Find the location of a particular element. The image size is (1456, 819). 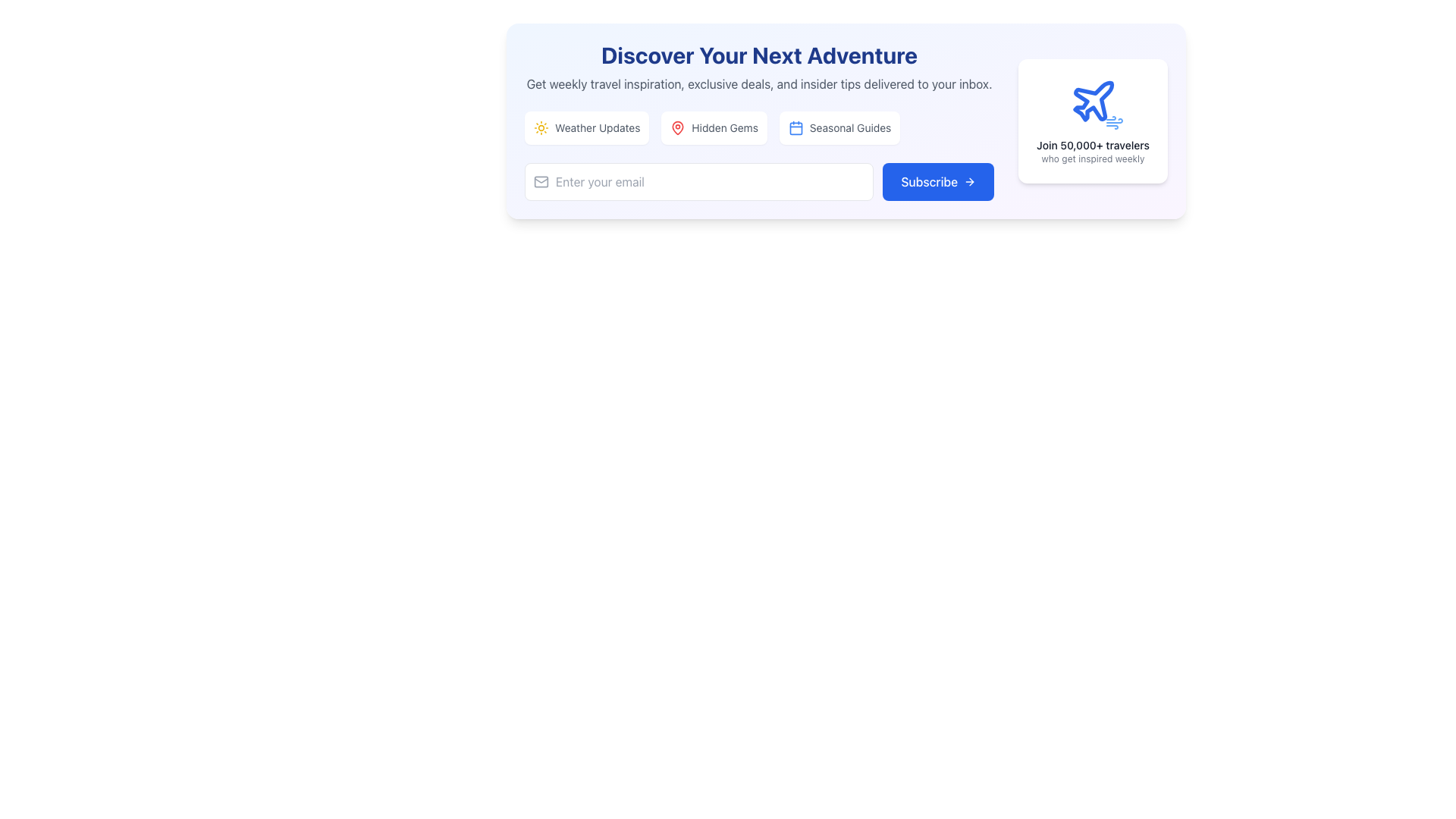

the text block that reads 'Join 50,000+ travelers' and 'who get inspired weekly', located under the airplane icon in the promotional section is located at coordinates (1093, 152).